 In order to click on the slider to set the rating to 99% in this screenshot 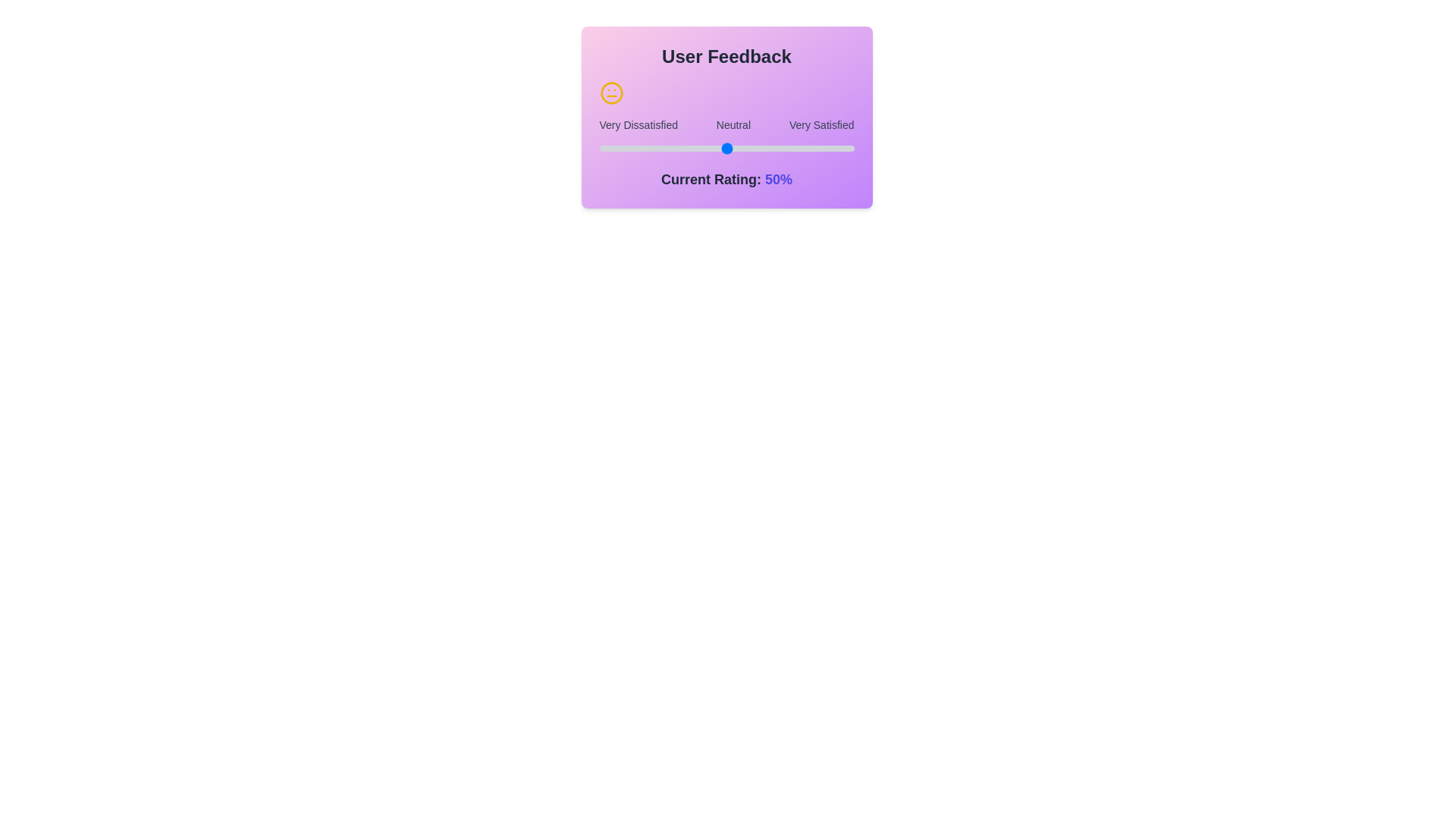, I will do `click(598, 149)`.